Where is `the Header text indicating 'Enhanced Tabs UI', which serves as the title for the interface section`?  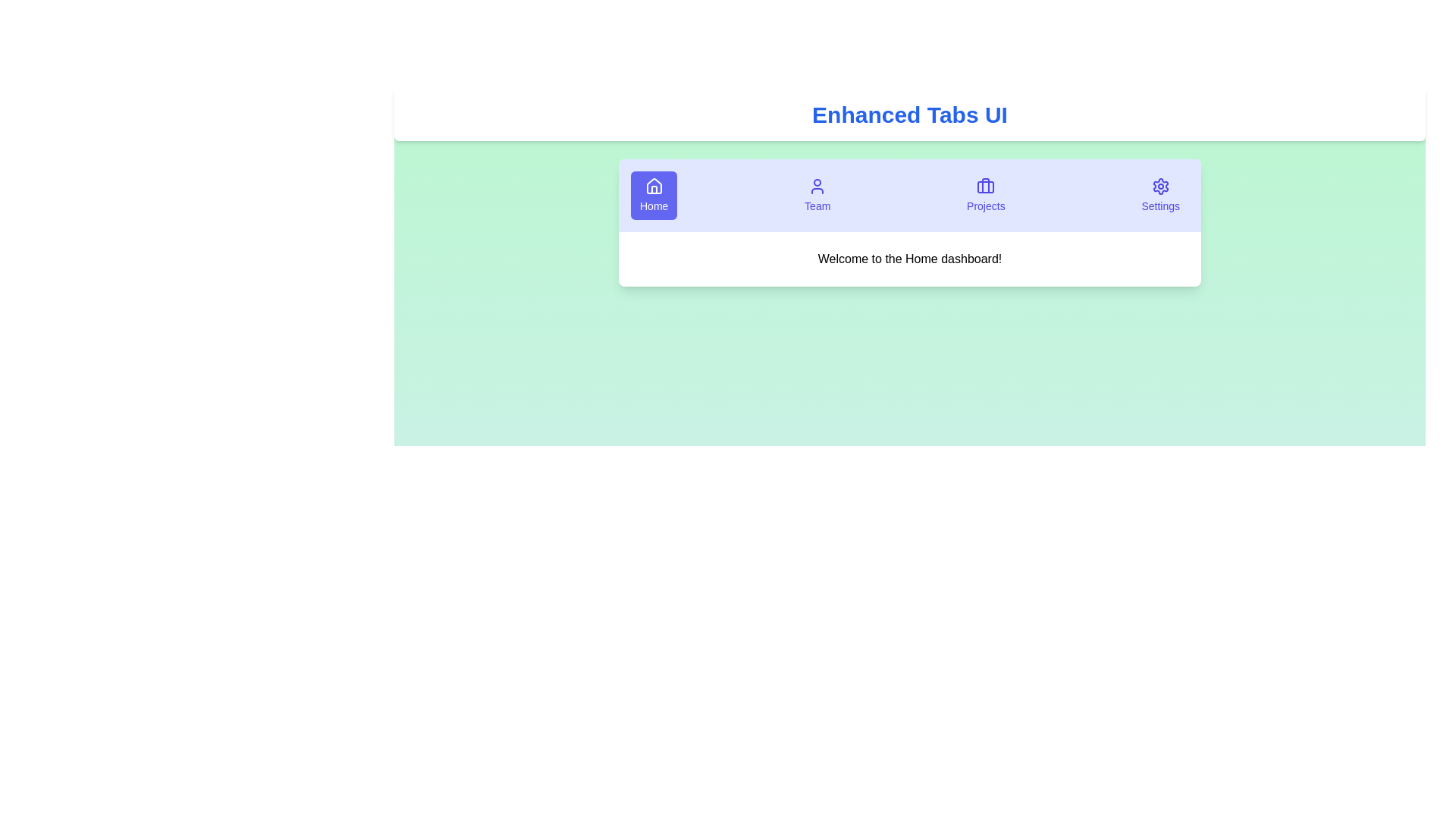
the Header text indicating 'Enhanced Tabs UI', which serves as the title for the interface section is located at coordinates (910, 114).